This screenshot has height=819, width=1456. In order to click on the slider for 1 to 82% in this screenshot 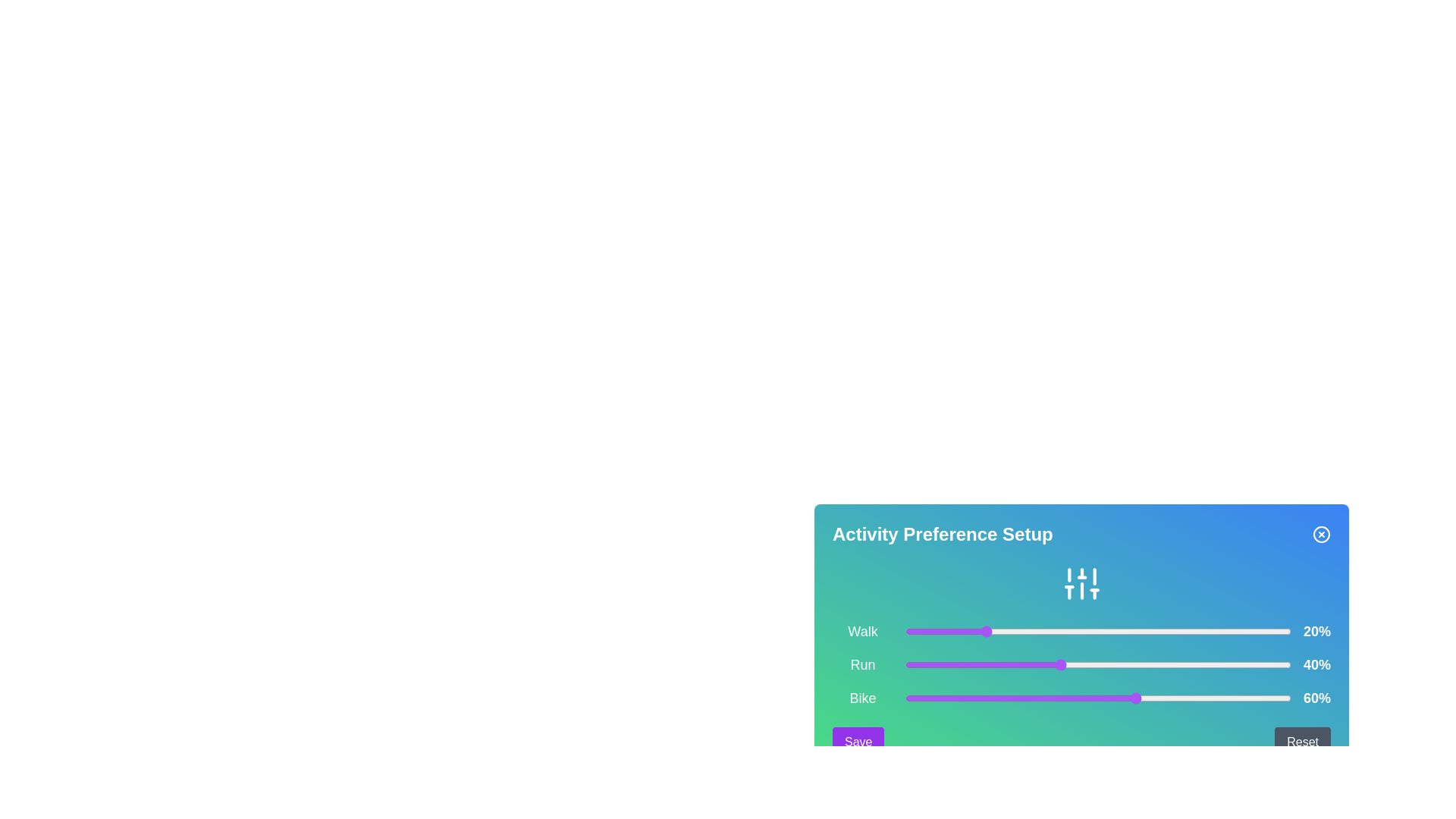, I will do `click(1221, 664)`.